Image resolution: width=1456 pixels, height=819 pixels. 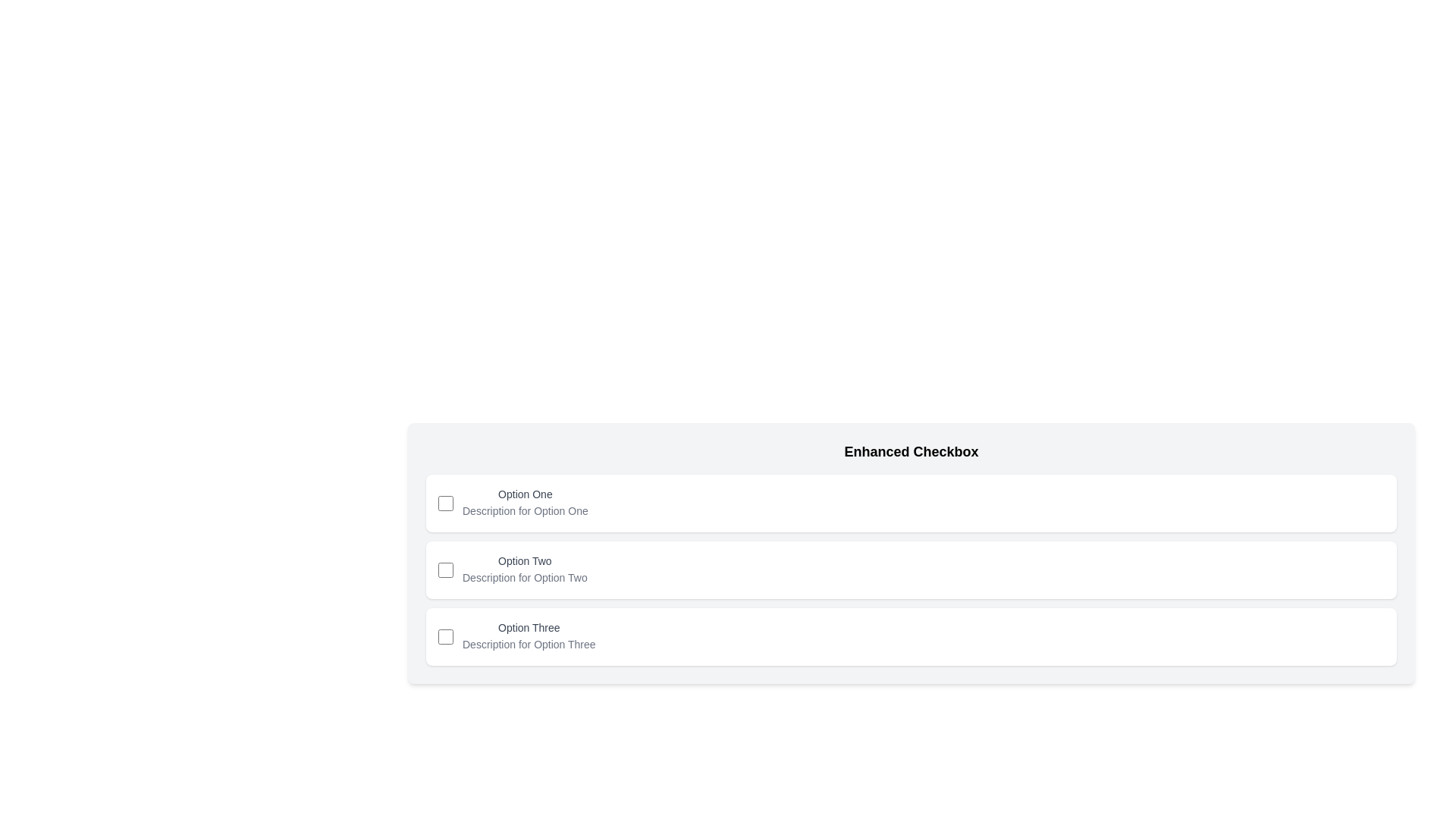 What do you see at coordinates (525, 561) in the screenshot?
I see `the text label named 'Option Two', which is the second item in a series of three options, located between 'Option One' and 'Option Three'` at bounding box center [525, 561].